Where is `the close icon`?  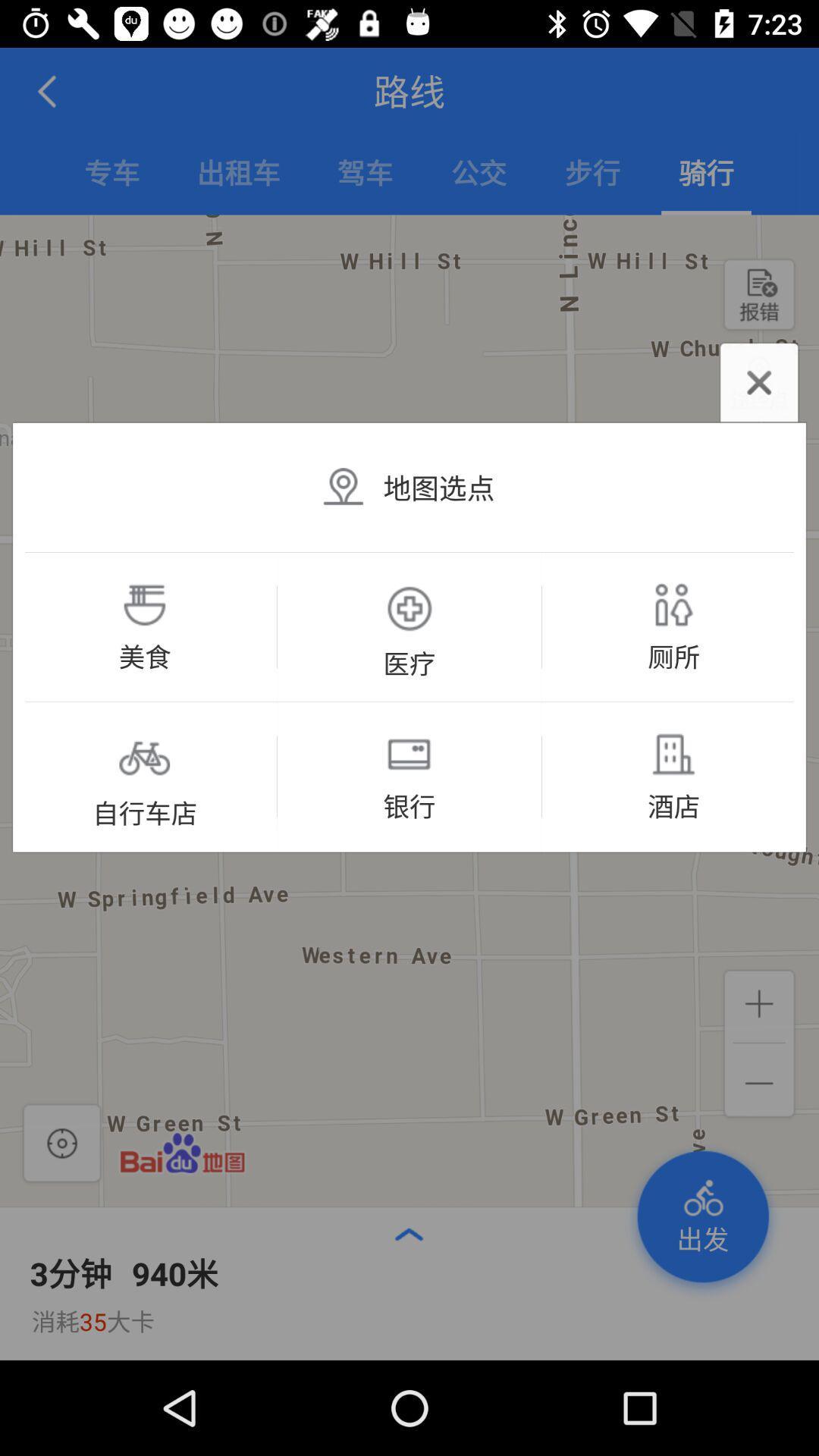 the close icon is located at coordinates (759, 382).